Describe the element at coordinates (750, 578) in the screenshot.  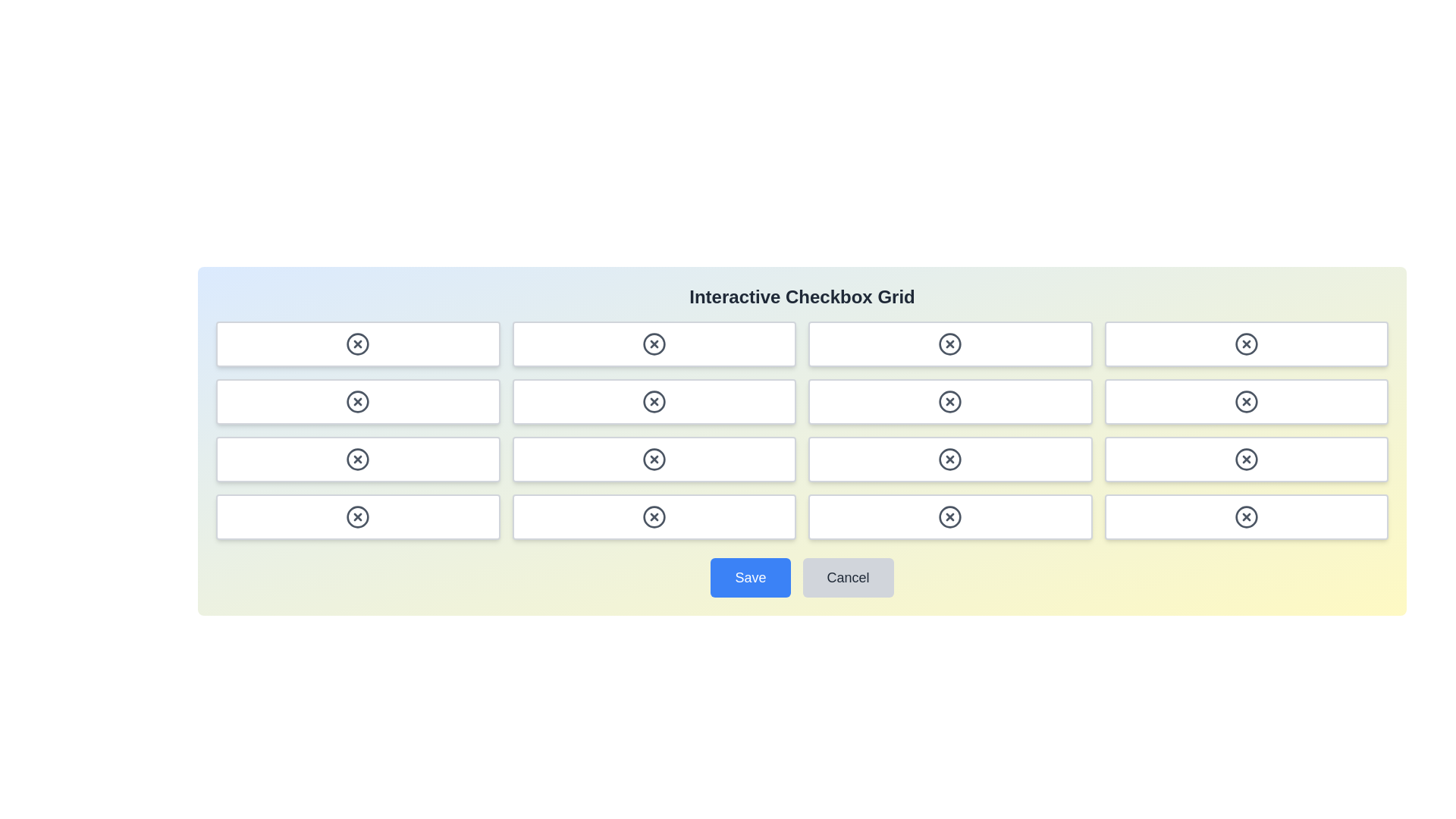
I see `the 'Save' button to save the current state of the grid` at that location.